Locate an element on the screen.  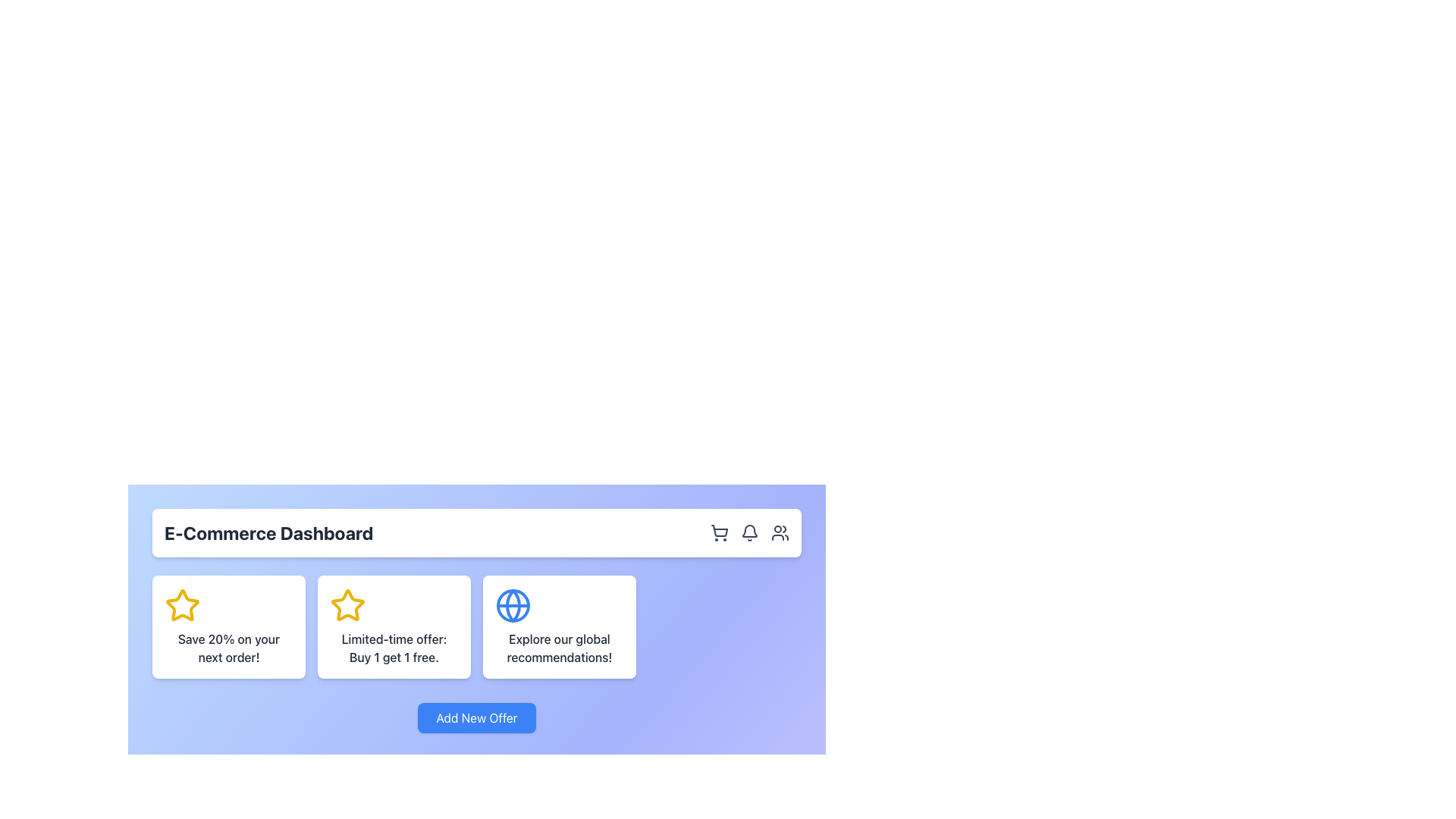
the 'Add New Offer' button located below the grid of promotional cards in the e-commerce dashboard interface is located at coordinates (475, 717).